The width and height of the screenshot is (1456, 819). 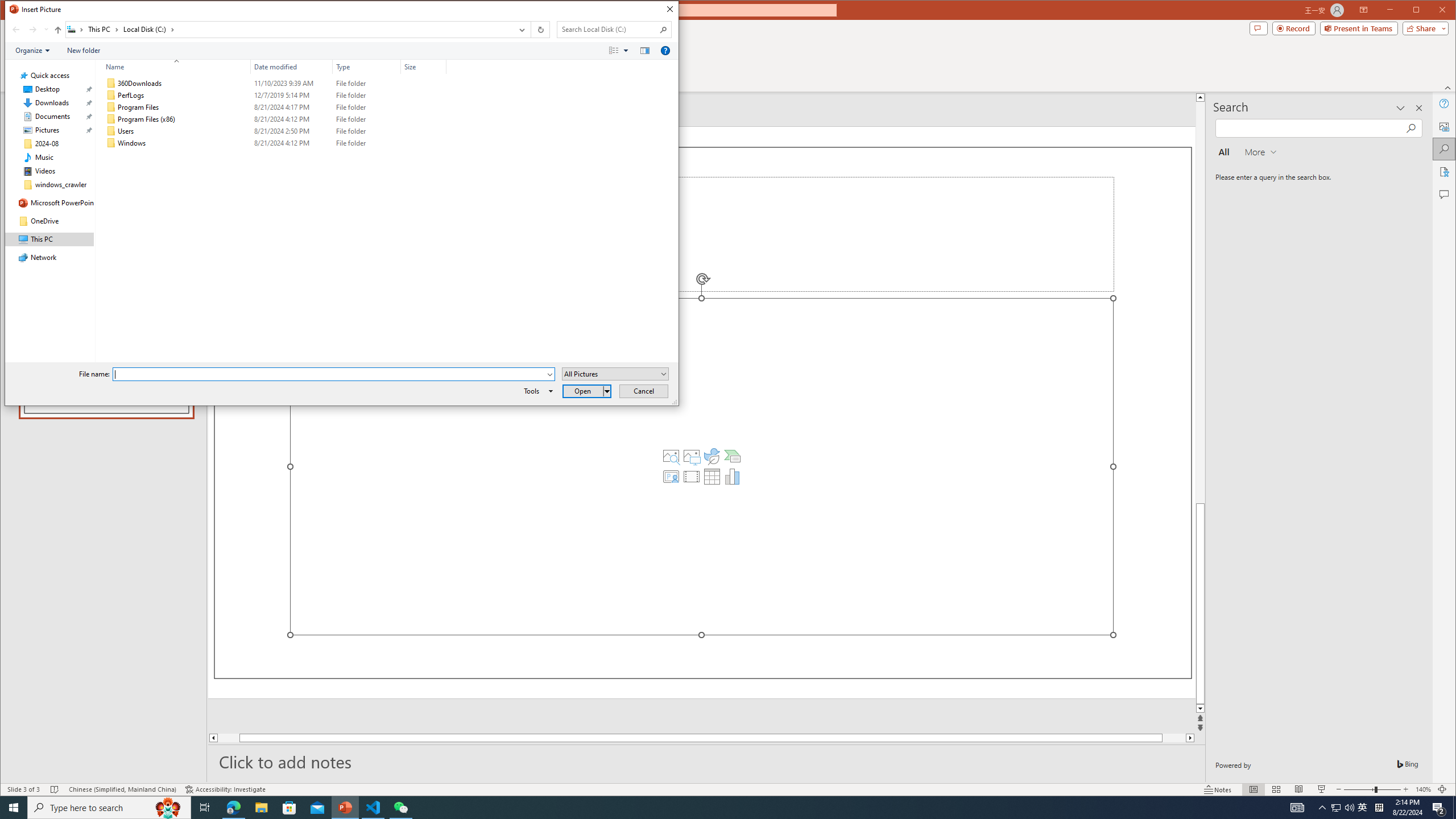 What do you see at coordinates (536, 390) in the screenshot?
I see `'Tools'` at bounding box center [536, 390].